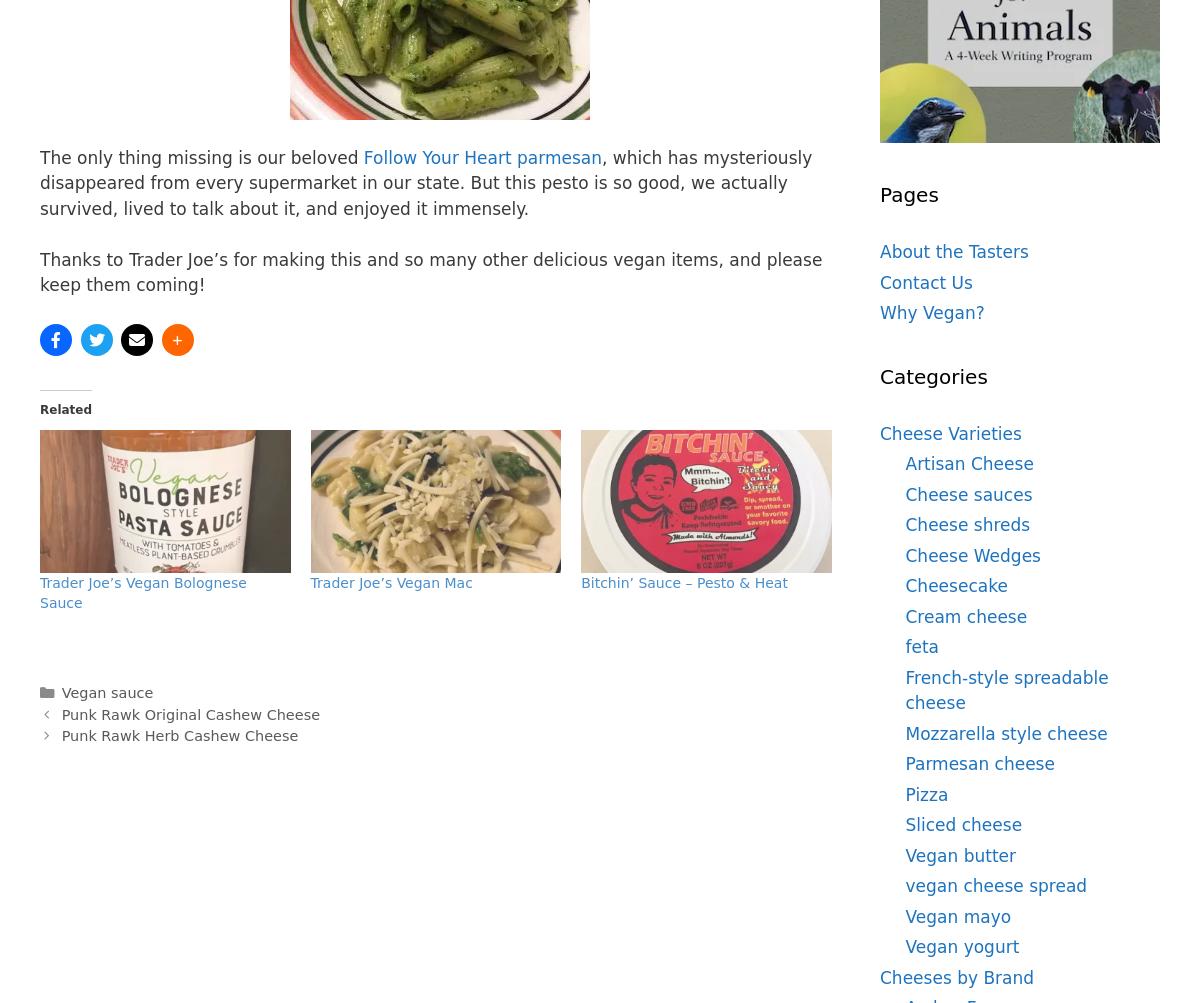 The image size is (1200, 1003). Describe the element at coordinates (905, 824) in the screenshot. I see `'Sliced cheese'` at that location.